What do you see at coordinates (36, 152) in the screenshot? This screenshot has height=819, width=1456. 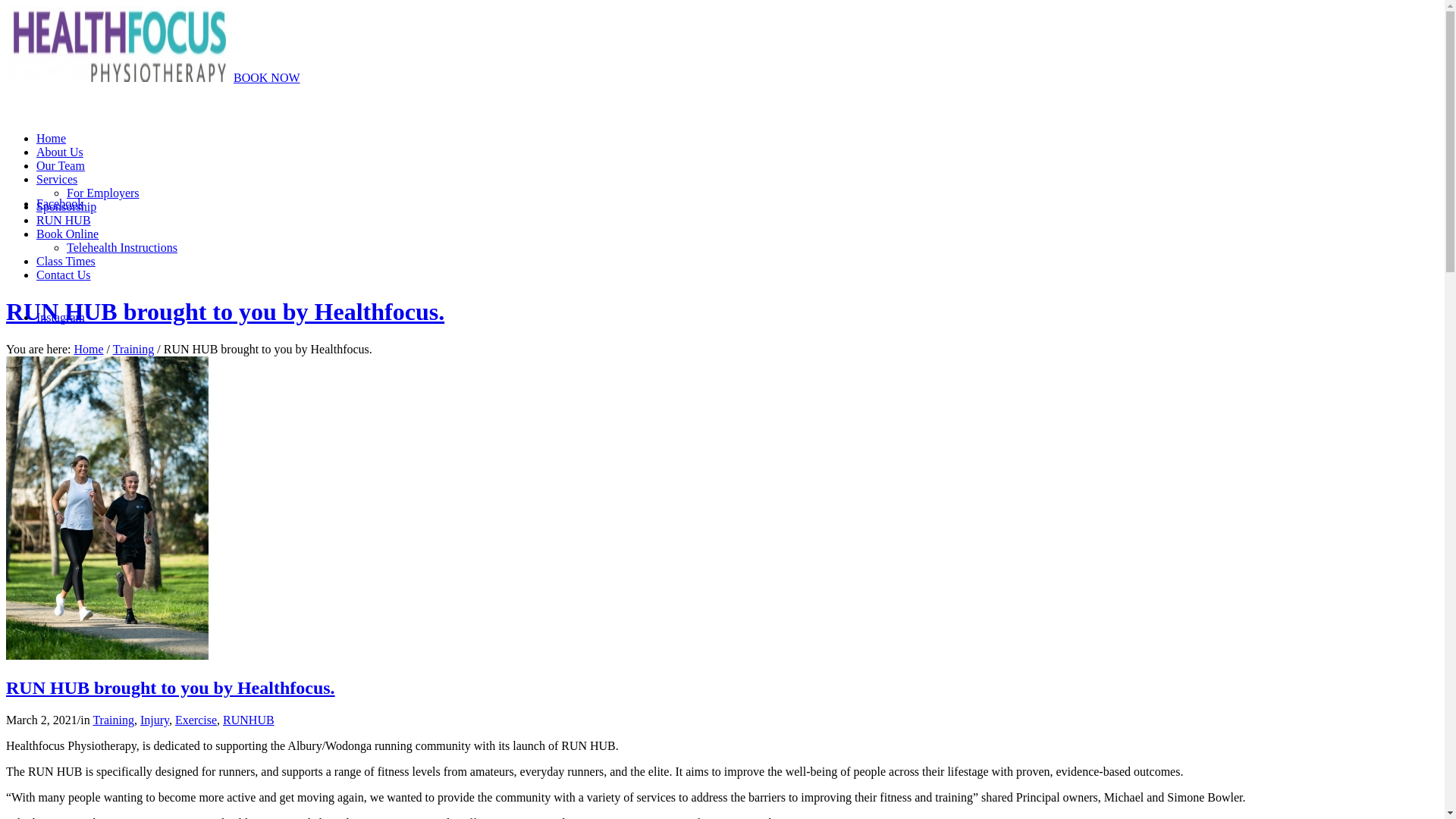 I see `'About Us'` at bounding box center [36, 152].